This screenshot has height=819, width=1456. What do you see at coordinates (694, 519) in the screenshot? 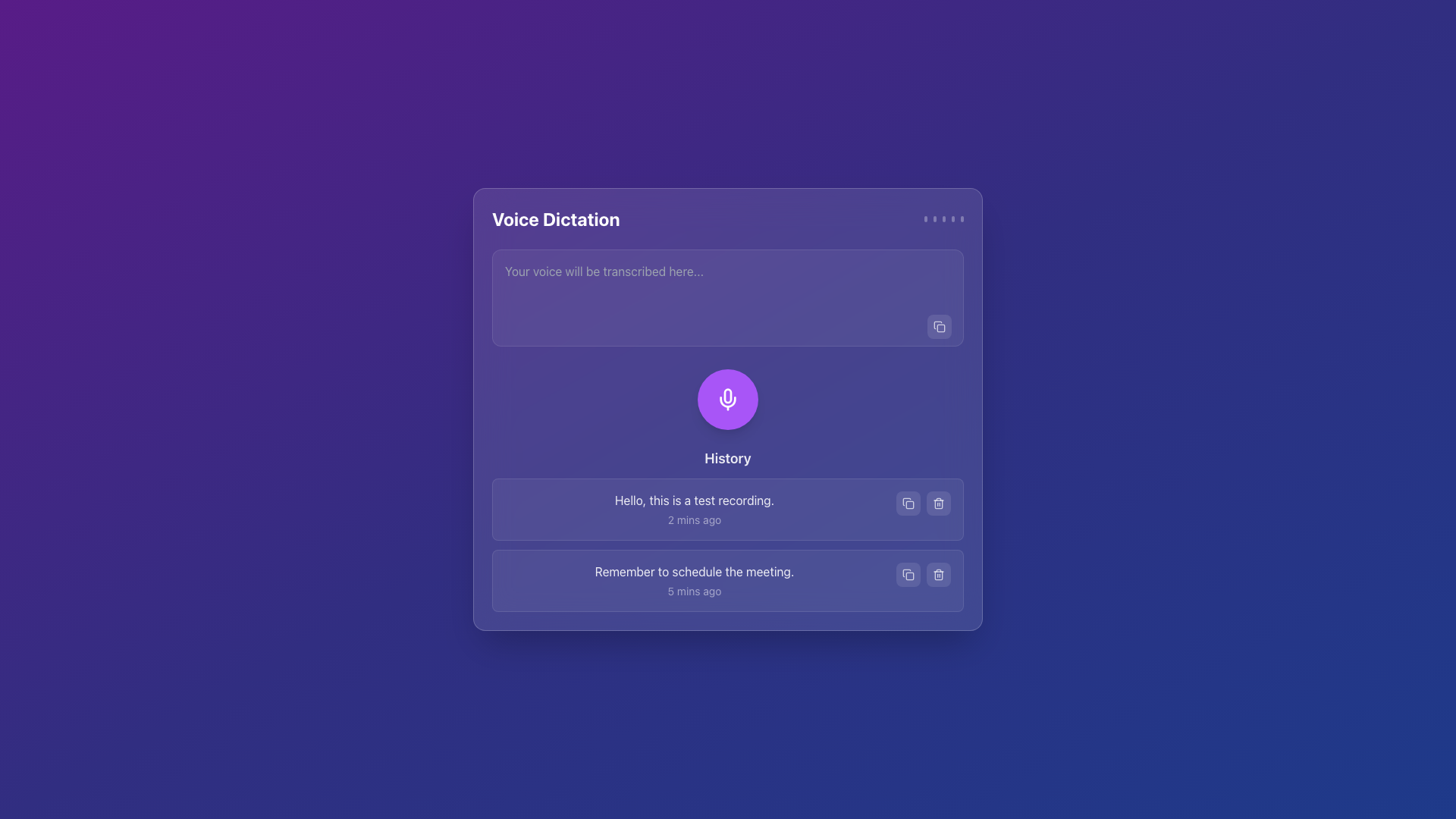
I see `the static text label that provides a timestamp for the associated recording, located below the text 'Hello, this is a test recording' in the 'History' section` at bounding box center [694, 519].